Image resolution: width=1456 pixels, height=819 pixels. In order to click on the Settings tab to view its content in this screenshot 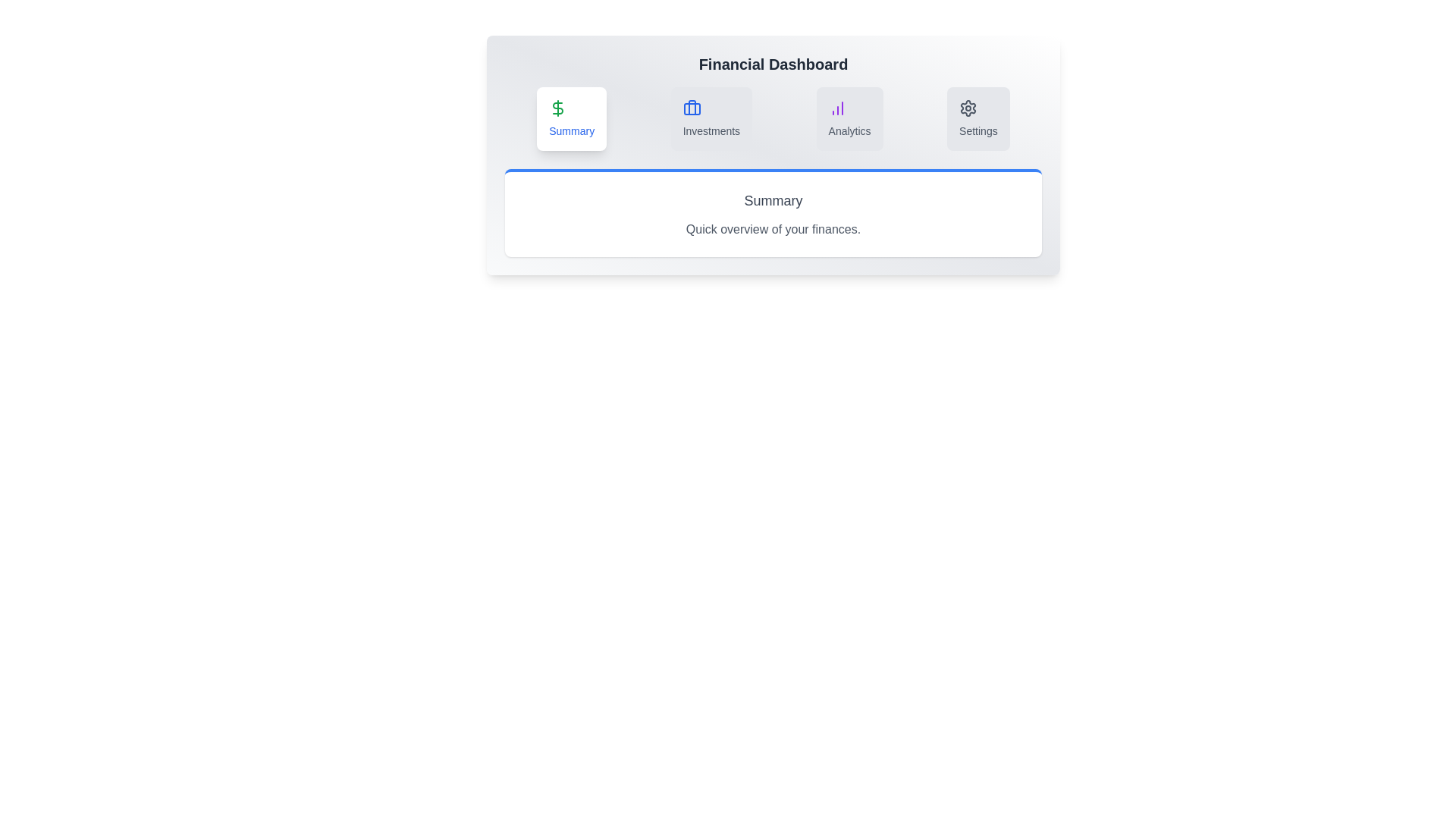, I will do `click(978, 118)`.